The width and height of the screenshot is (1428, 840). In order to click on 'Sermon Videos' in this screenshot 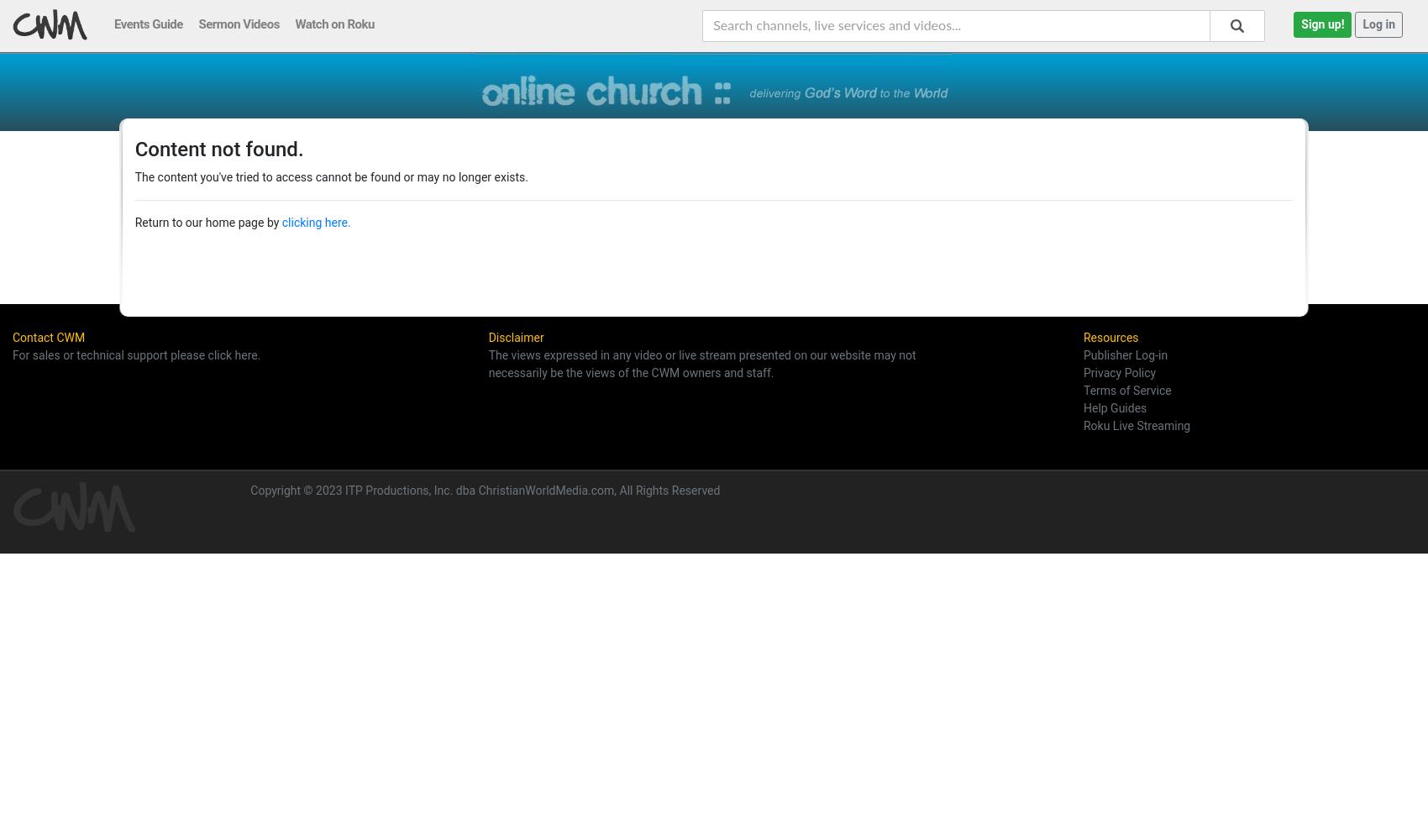, I will do `click(239, 24)`.